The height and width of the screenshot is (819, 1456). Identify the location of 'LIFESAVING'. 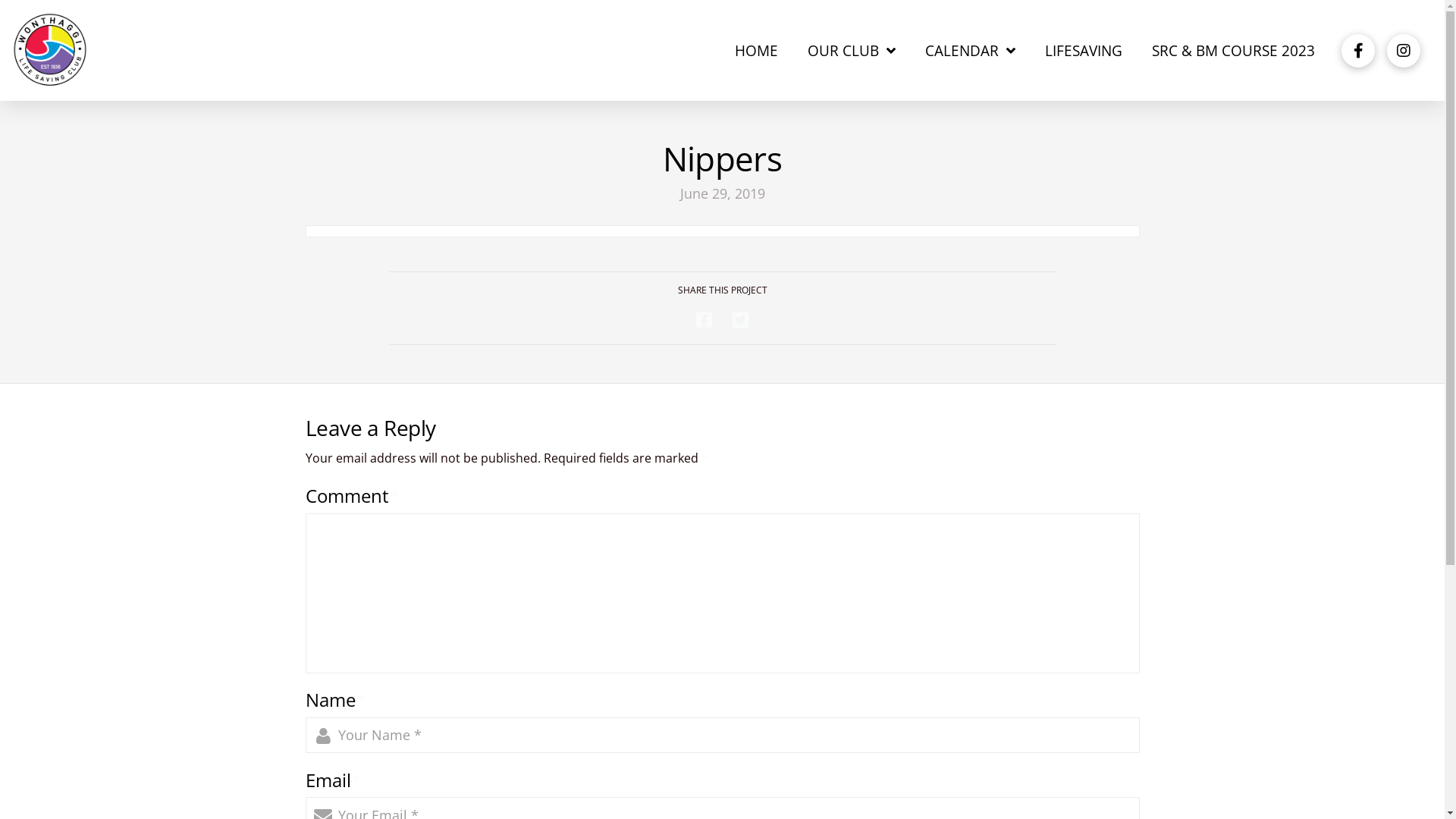
(1082, 49).